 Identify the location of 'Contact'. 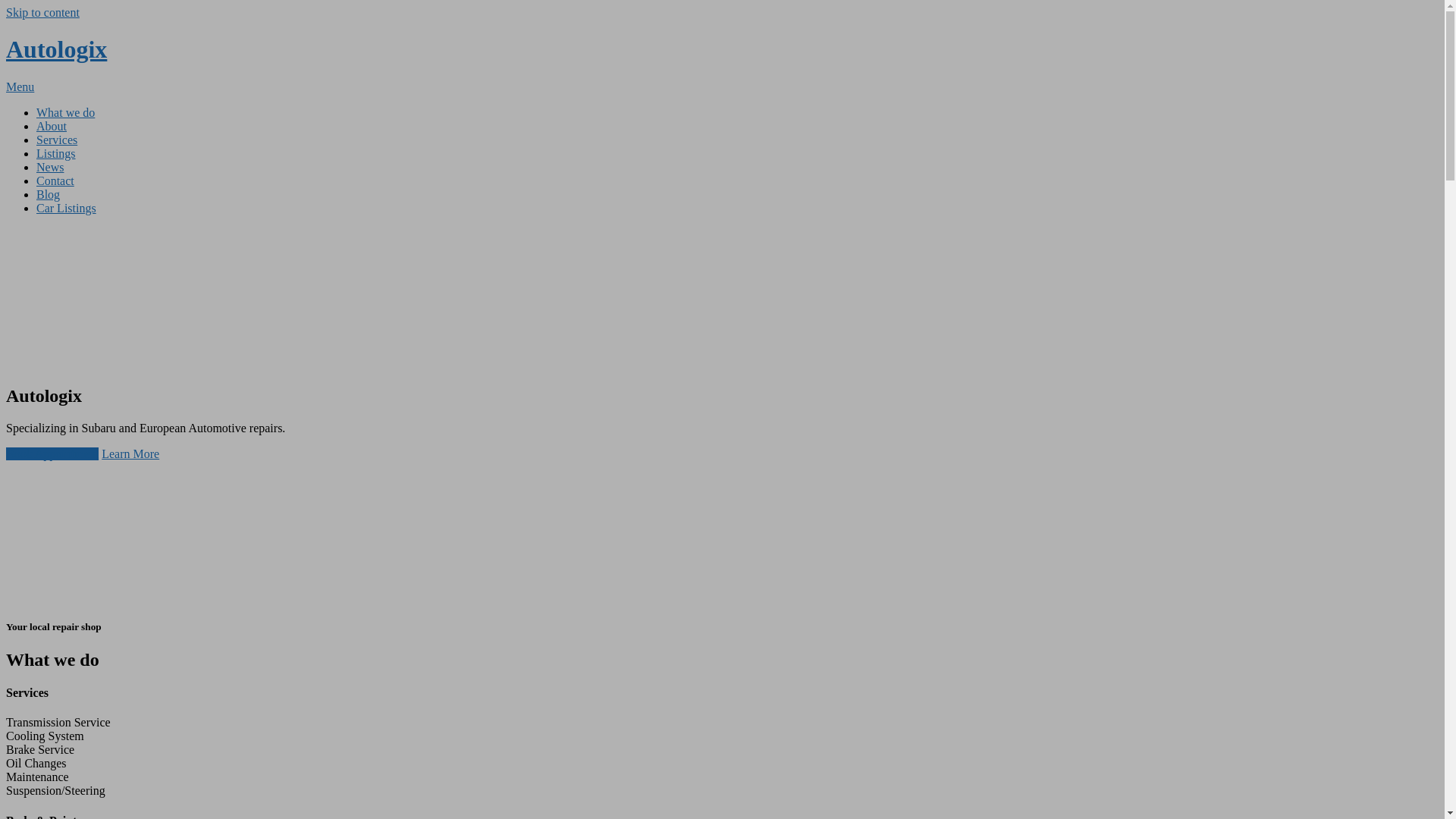
(55, 180).